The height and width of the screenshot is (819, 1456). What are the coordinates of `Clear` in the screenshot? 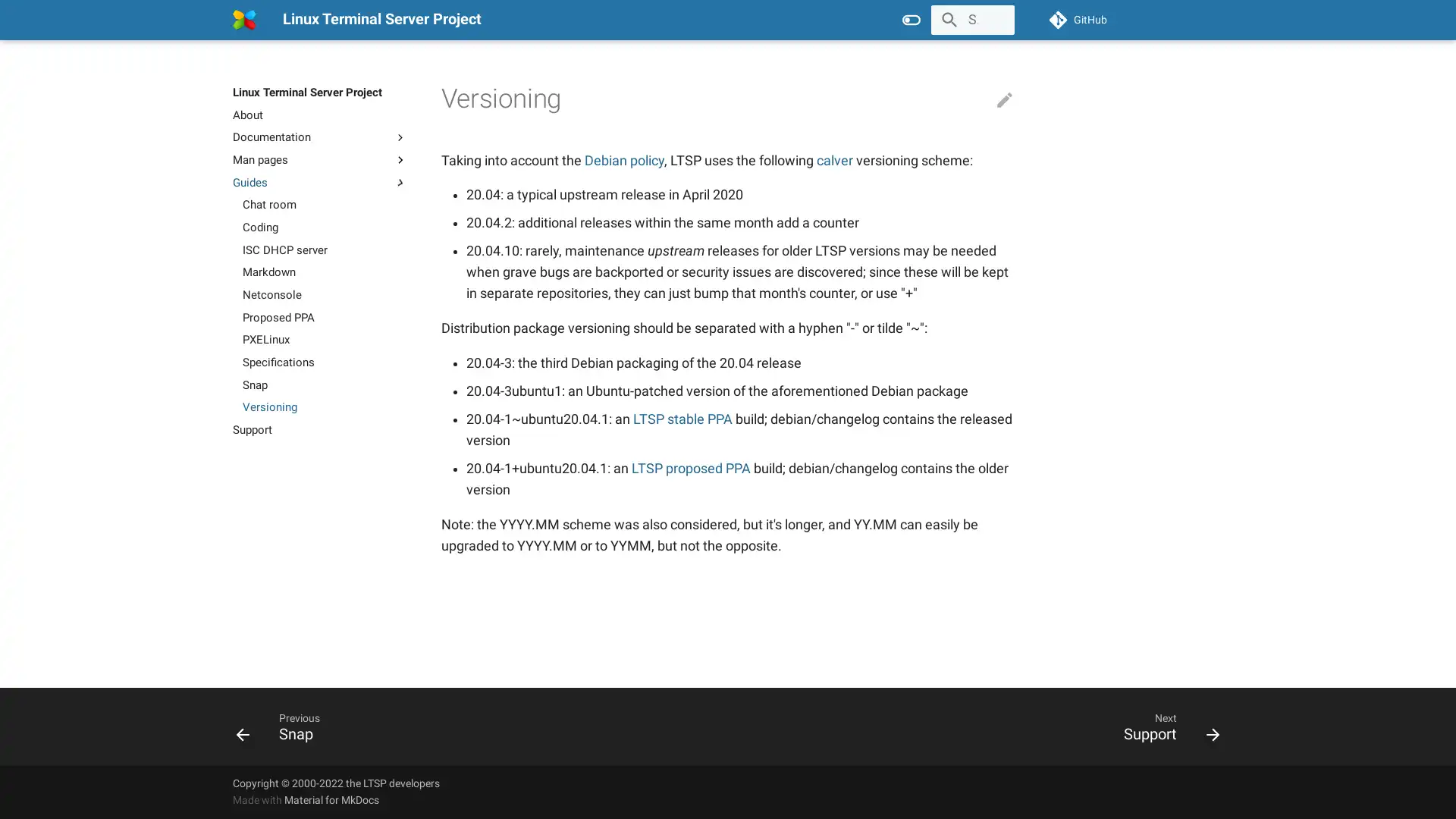 It's located at (996, 20).